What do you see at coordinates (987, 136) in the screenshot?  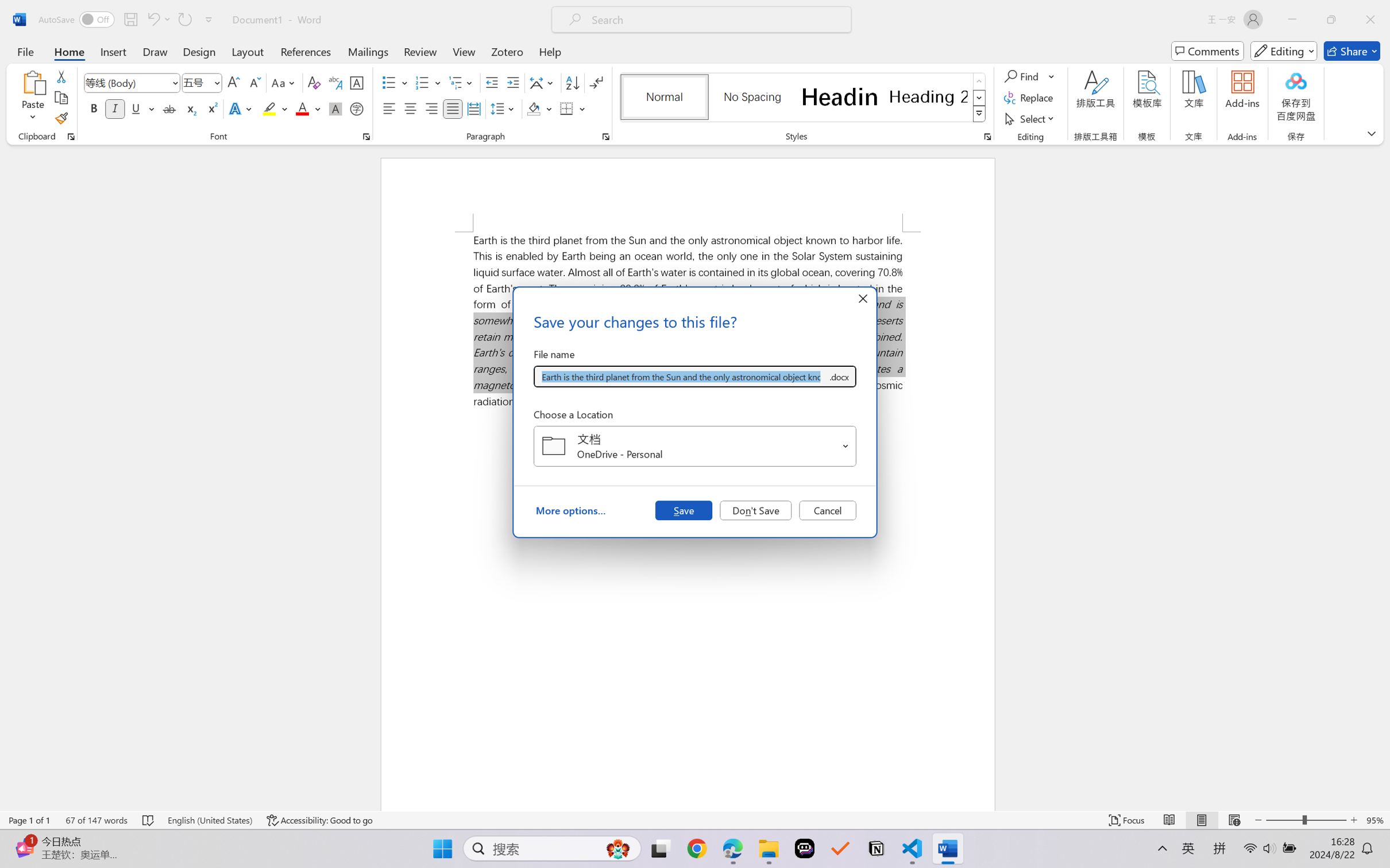 I see `'Styles...'` at bounding box center [987, 136].